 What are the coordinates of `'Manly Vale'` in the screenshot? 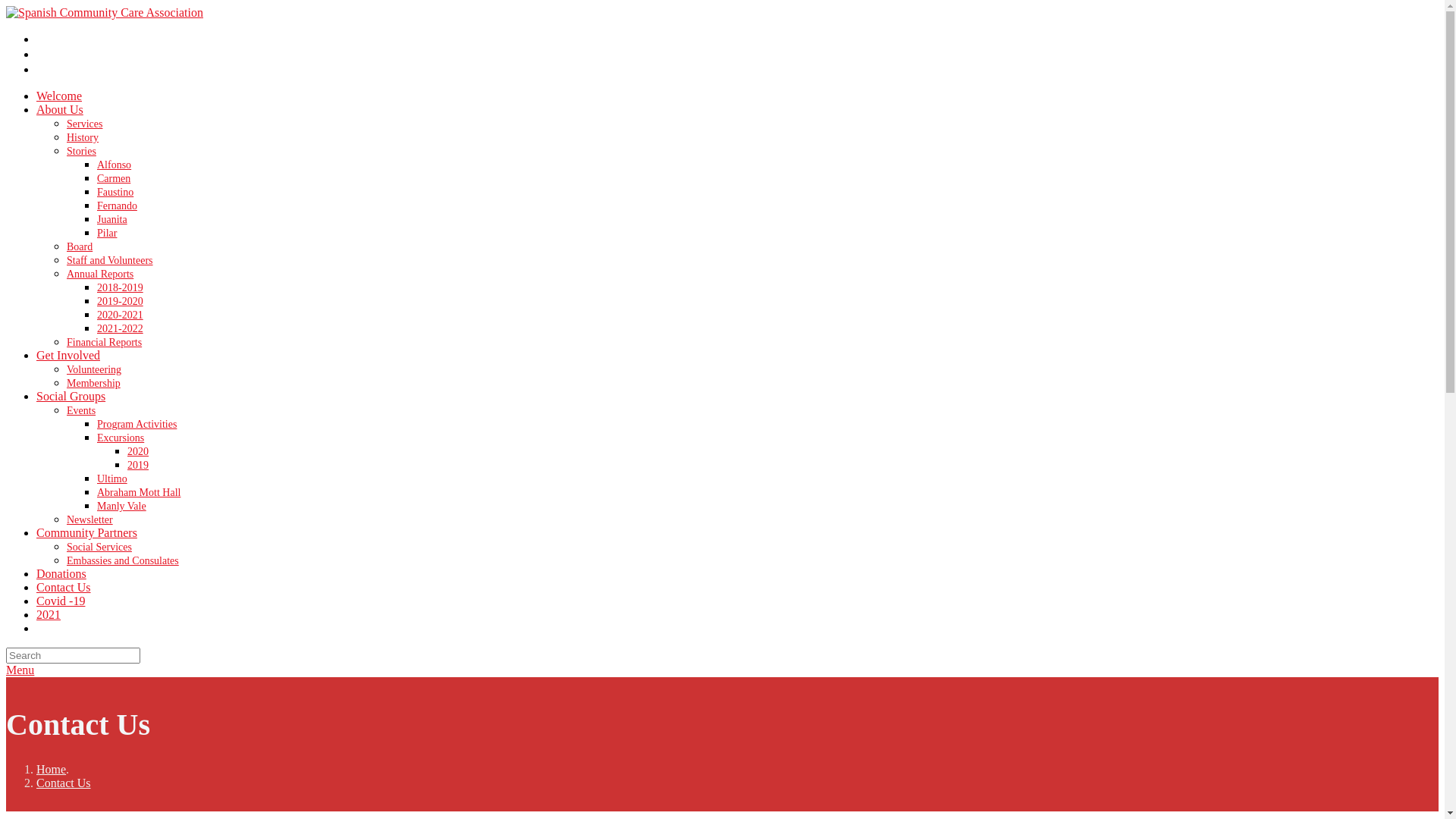 It's located at (121, 506).